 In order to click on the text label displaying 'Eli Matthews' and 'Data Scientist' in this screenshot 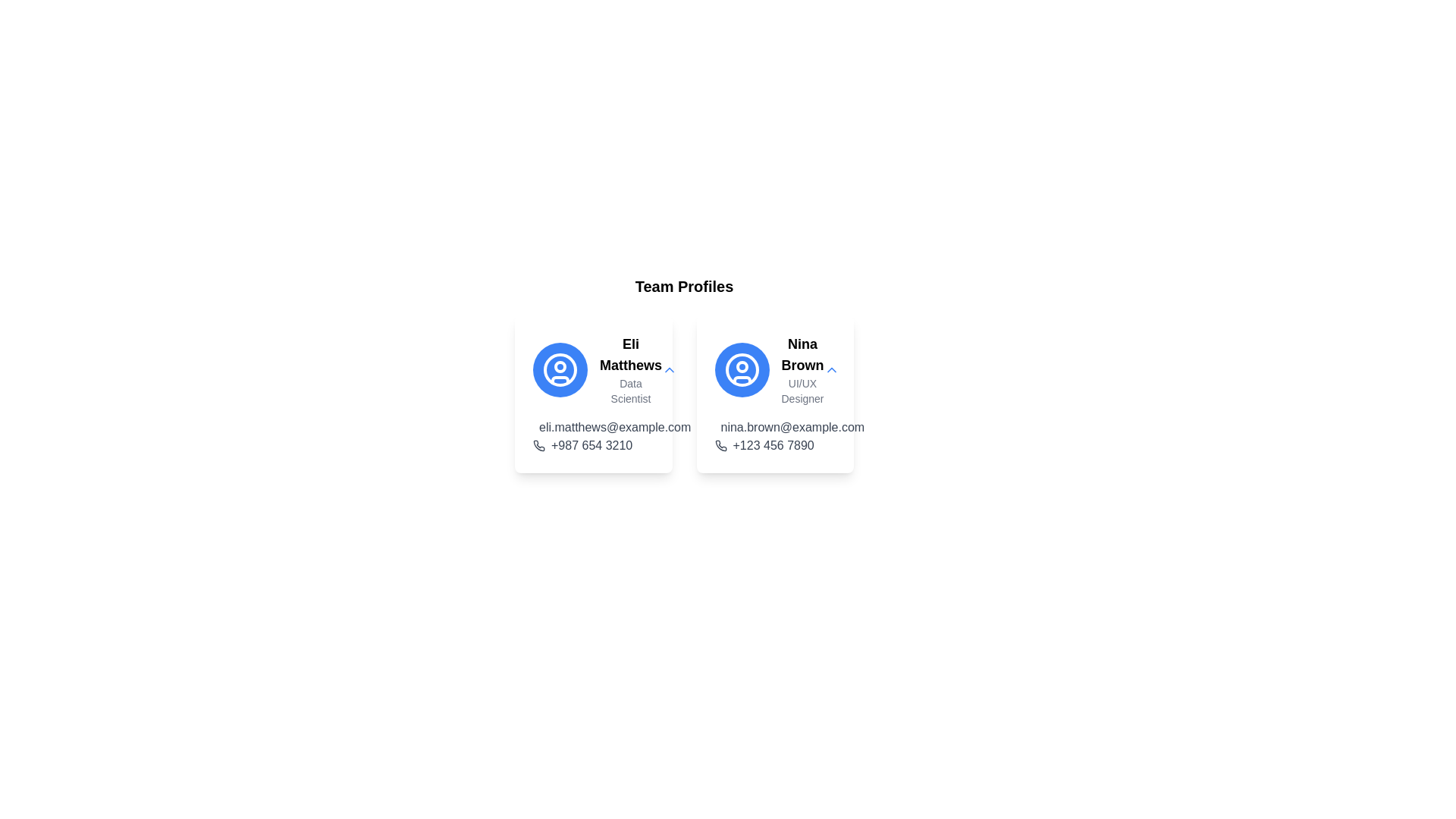, I will do `click(592, 370)`.